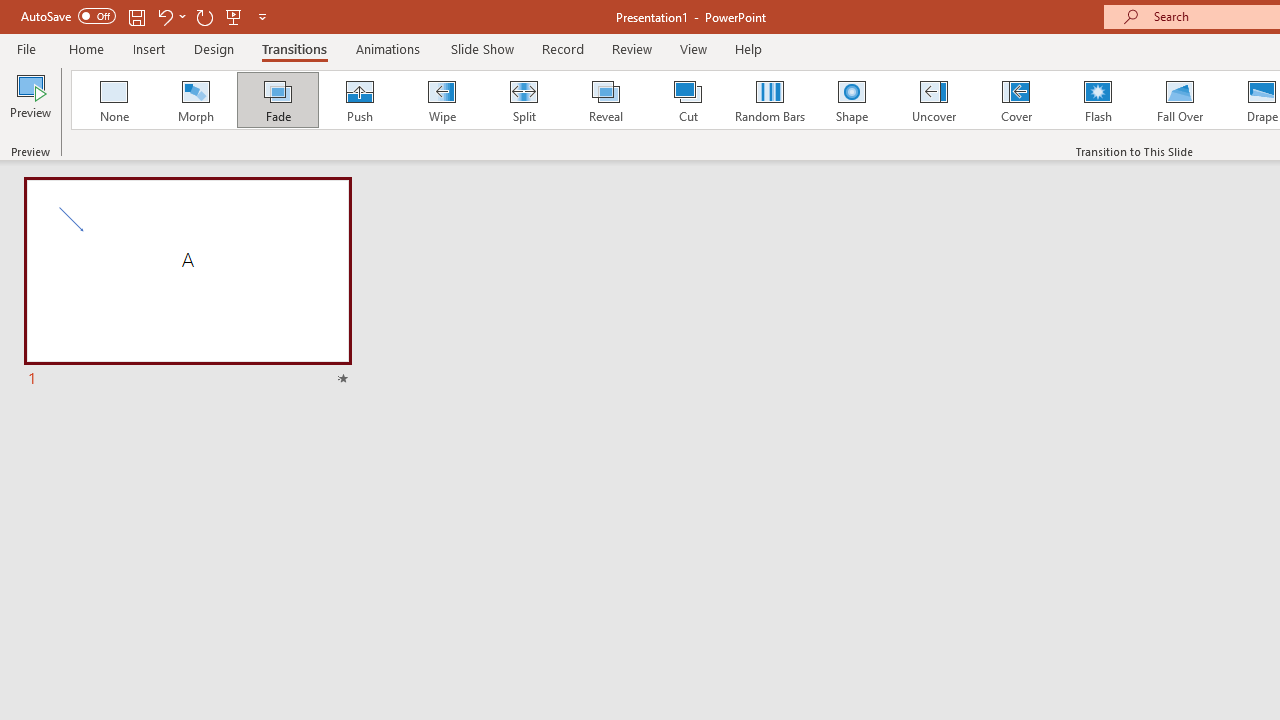 This screenshot has width=1280, height=720. What do you see at coordinates (1180, 100) in the screenshot?
I see `'Fall Over'` at bounding box center [1180, 100].